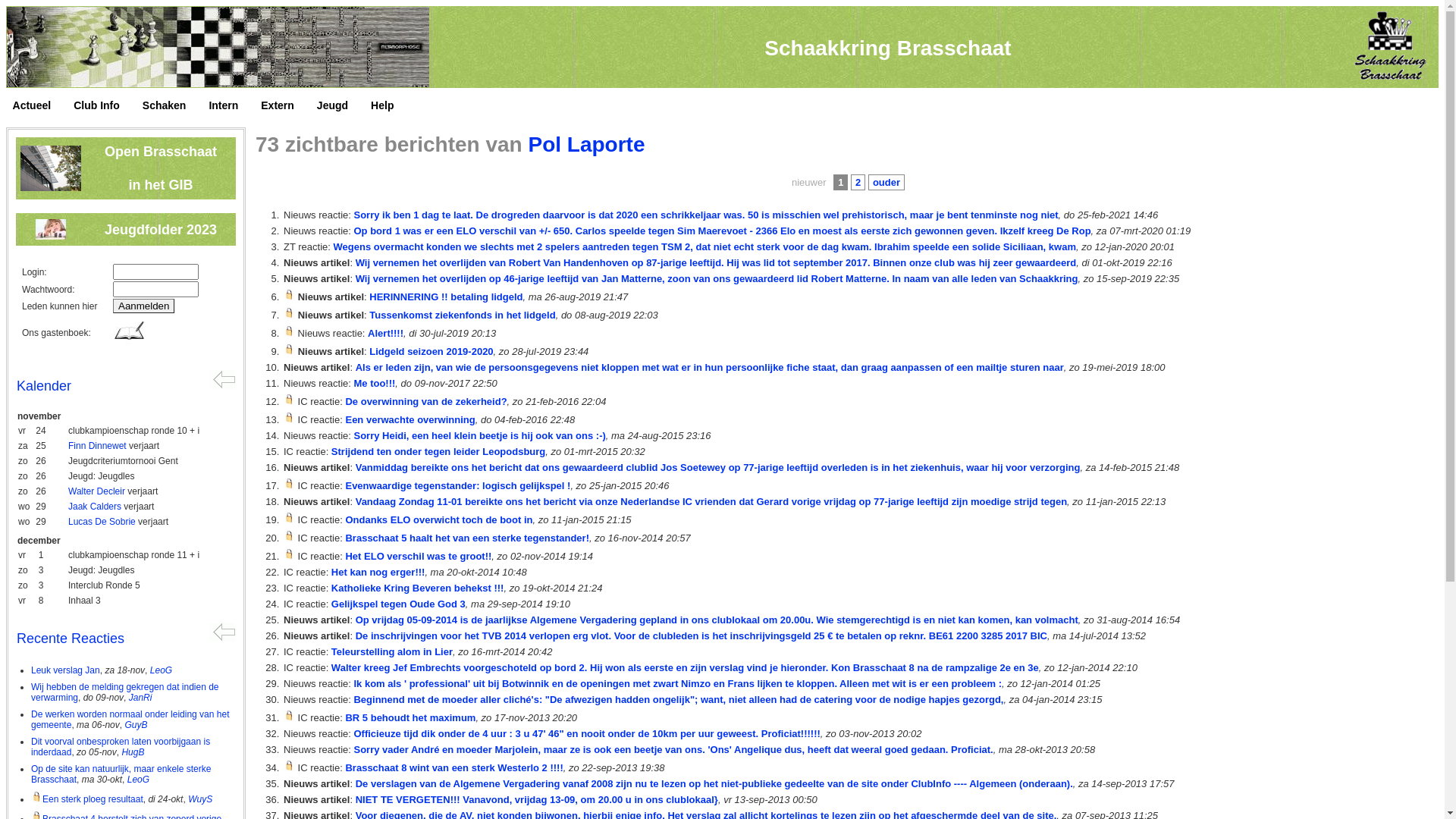  I want to click on 'Teleurstelling alom in Lier', so click(330, 651).